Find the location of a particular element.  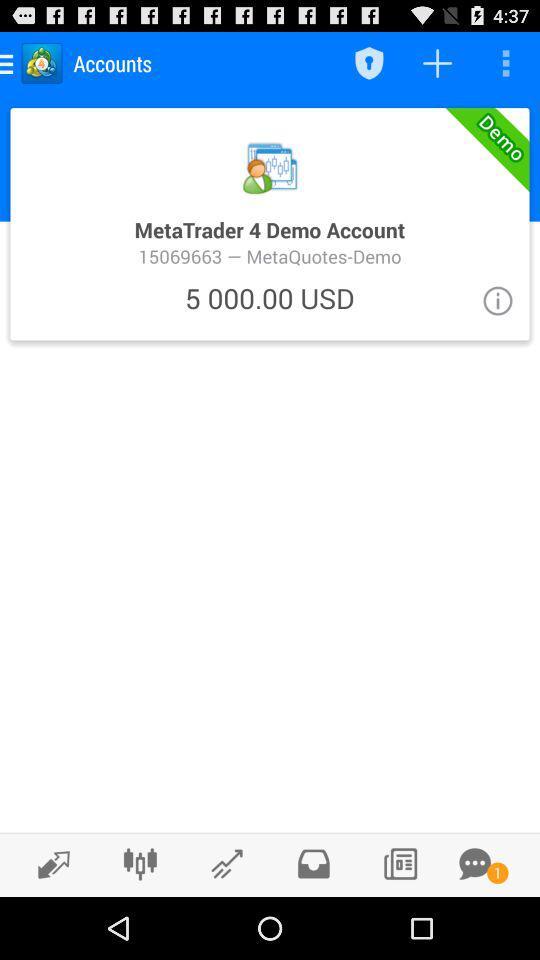

change graph type is located at coordinates (139, 863).